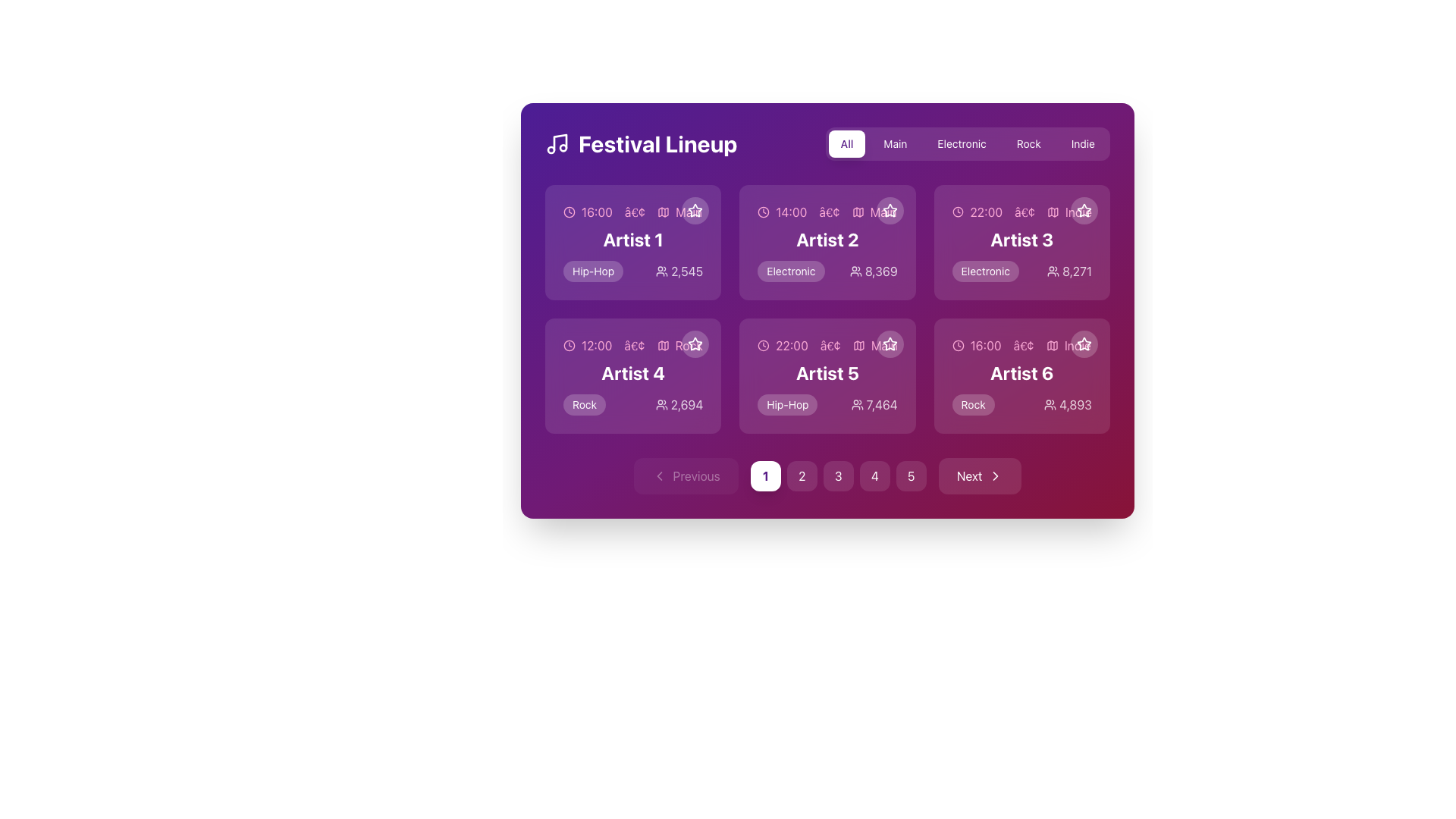 The image size is (1456, 819). Describe the element at coordinates (584, 403) in the screenshot. I see `the pill-shaped label with the text 'Rock' located in the bottom-left corner of the card for 'Artist 4' in the 'Festival Lineup' interface` at that location.